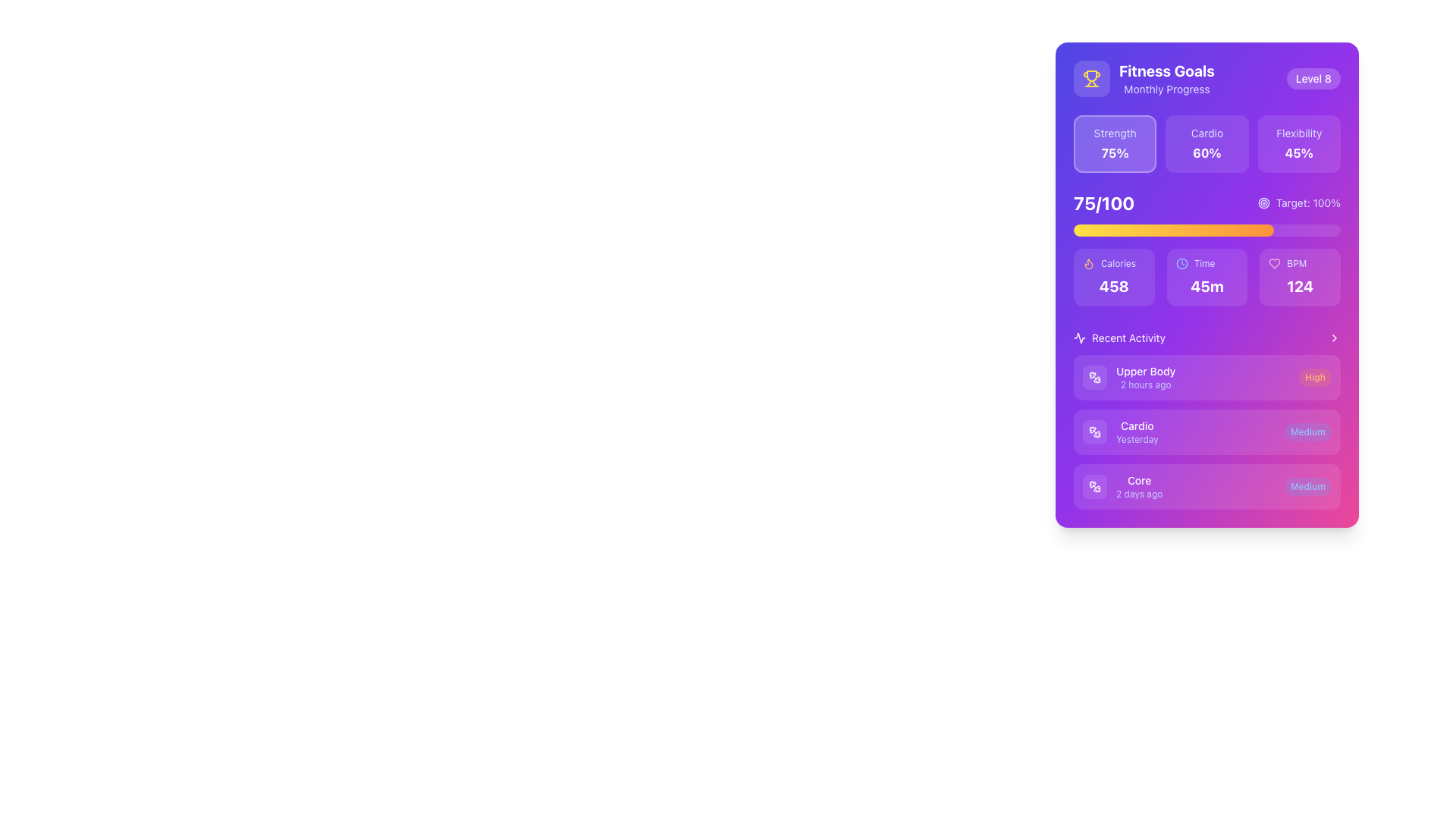  Describe the element at coordinates (1207, 432) in the screenshot. I see `the 'Cardio' Information Card, which is the second card in the 'Recent Activity' list, indicating an activity summary completed yesterday with a medium difficulty level` at that location.